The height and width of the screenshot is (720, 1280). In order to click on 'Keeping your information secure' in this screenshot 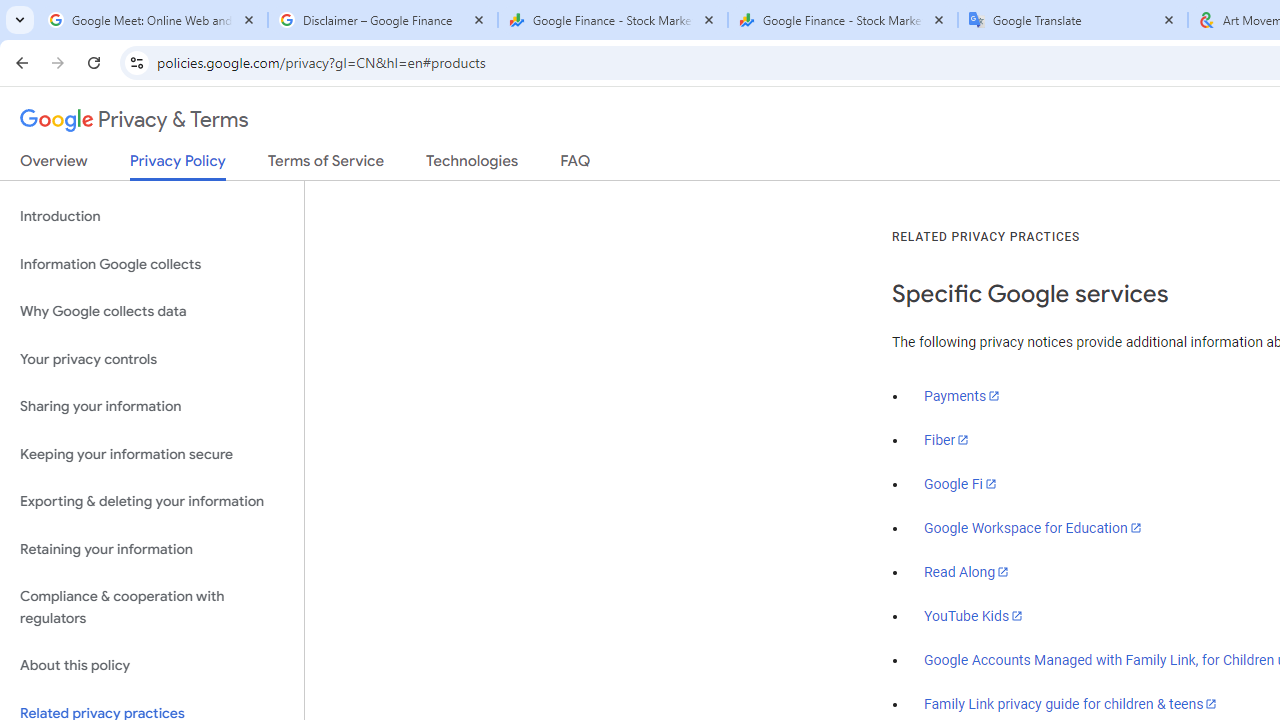, I will do `click(151, 454)`.